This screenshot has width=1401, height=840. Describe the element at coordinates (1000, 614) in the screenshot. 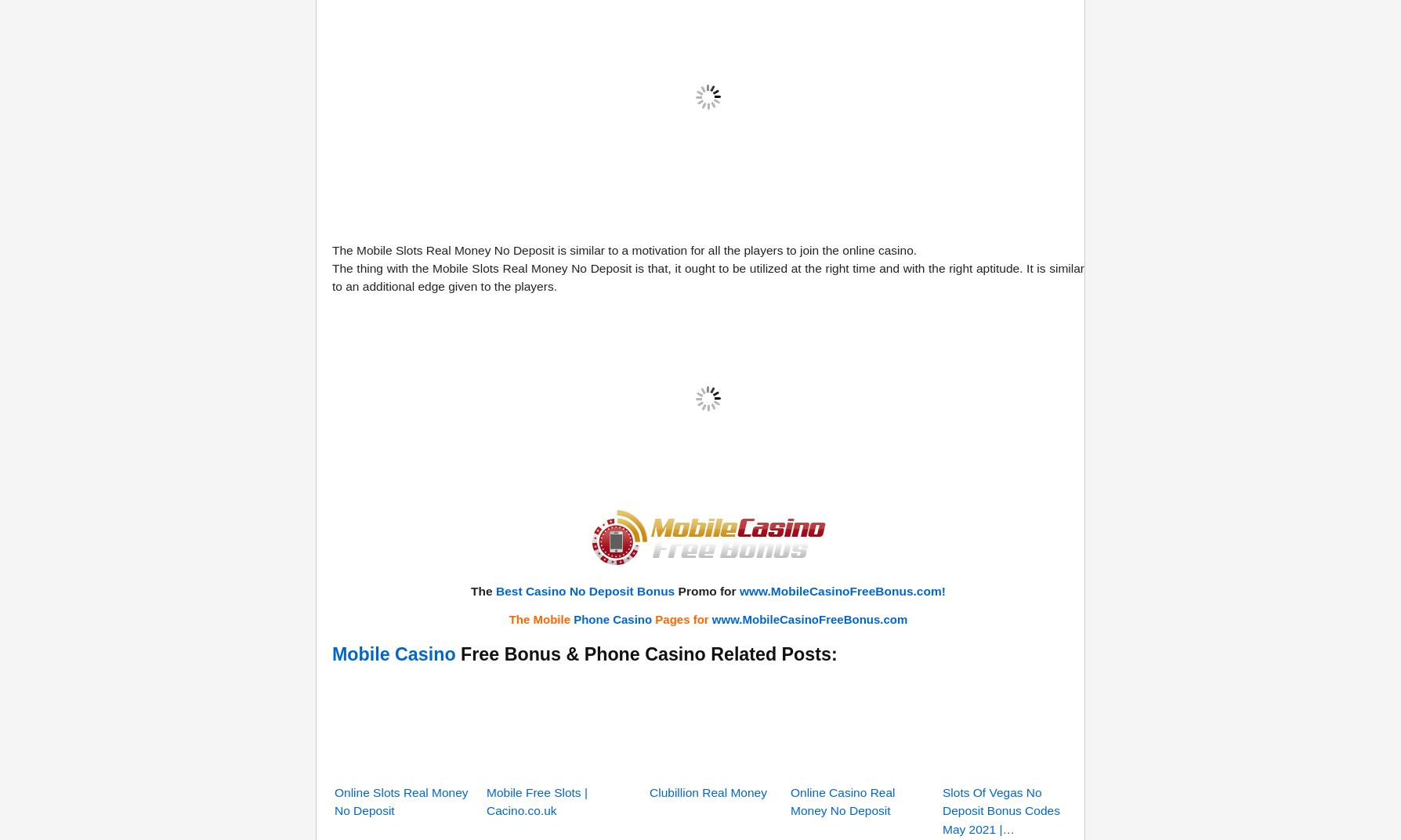

I see `'Slots Of Vegas No Deposit Bonus Codes May 2021 |…'` at that location.